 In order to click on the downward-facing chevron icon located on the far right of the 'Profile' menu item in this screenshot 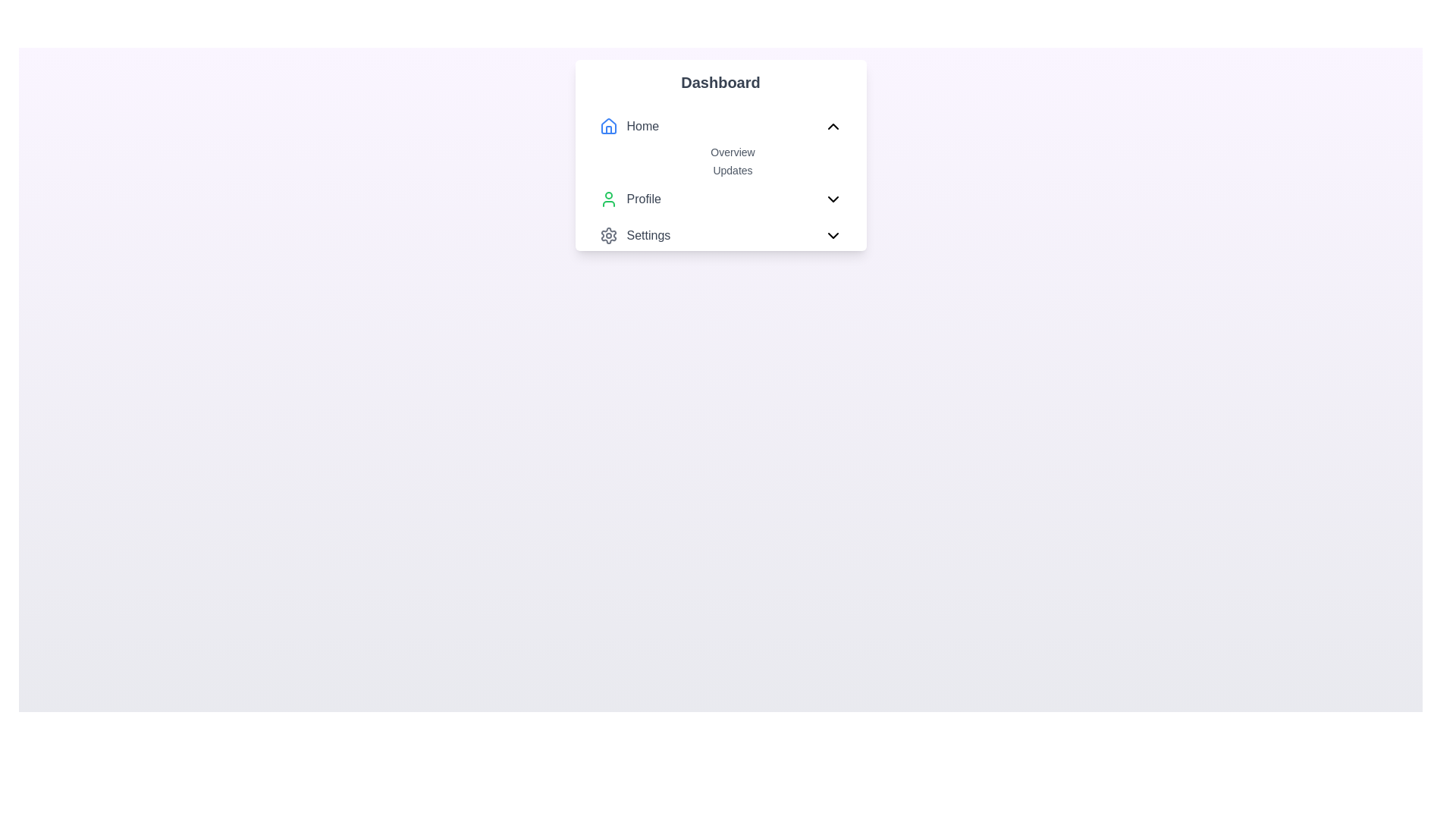, I will do `click(832, 198)`.